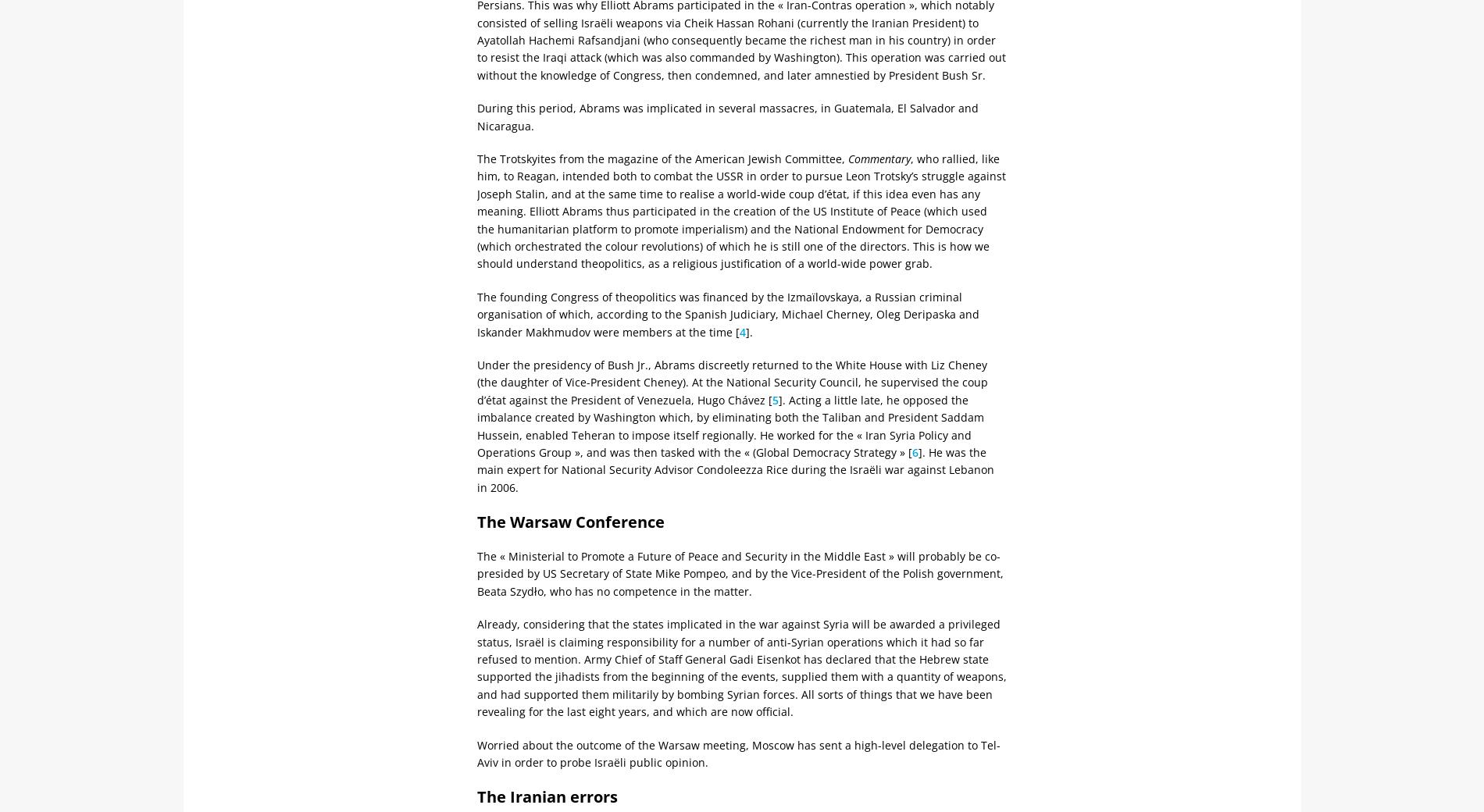 Image resolution: width=1484 pixels, height=812 pixels. Describe the element at coordinates (726, 116) in the screenshot. I see `'During this period, Abrams was implicated in several massacres, in Guatemala, El Salvador and Nicaragua.'` at that location.